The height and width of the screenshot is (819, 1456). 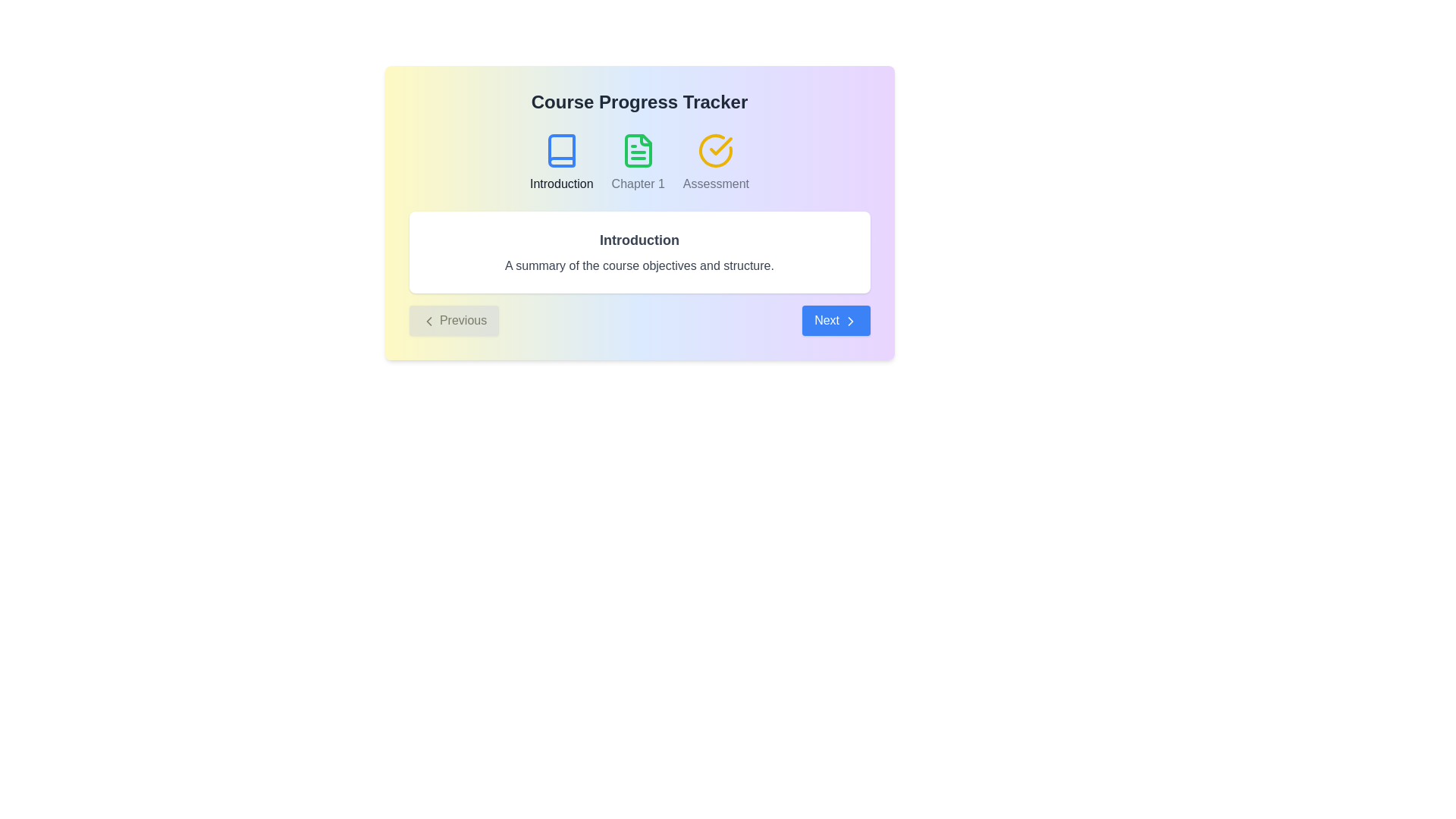 I want to click on the step labeled Assessment in the course progress stepper, so click(x=715, y=163).